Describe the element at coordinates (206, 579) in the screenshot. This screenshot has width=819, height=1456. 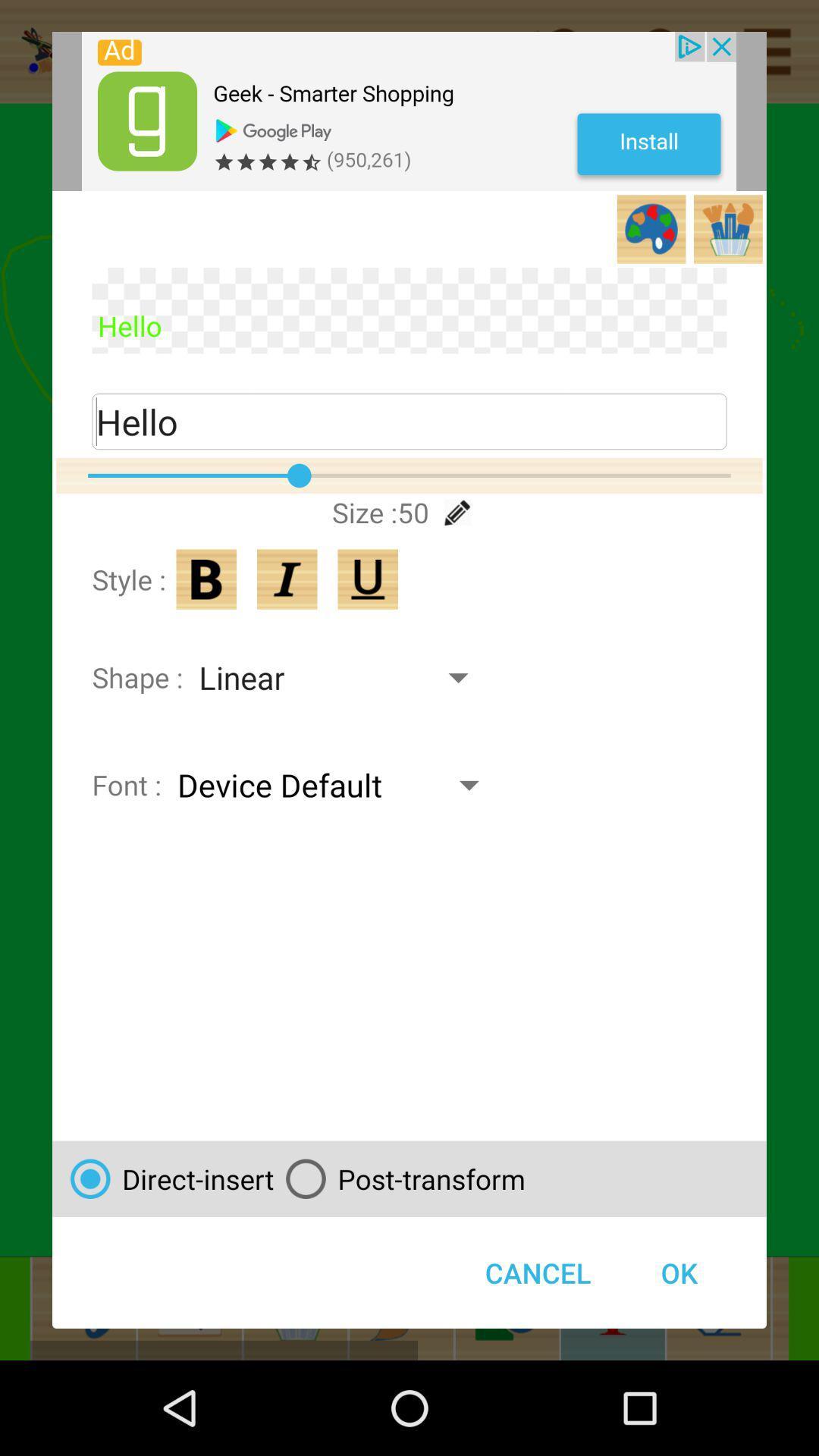
I see `style letter type` at that location.